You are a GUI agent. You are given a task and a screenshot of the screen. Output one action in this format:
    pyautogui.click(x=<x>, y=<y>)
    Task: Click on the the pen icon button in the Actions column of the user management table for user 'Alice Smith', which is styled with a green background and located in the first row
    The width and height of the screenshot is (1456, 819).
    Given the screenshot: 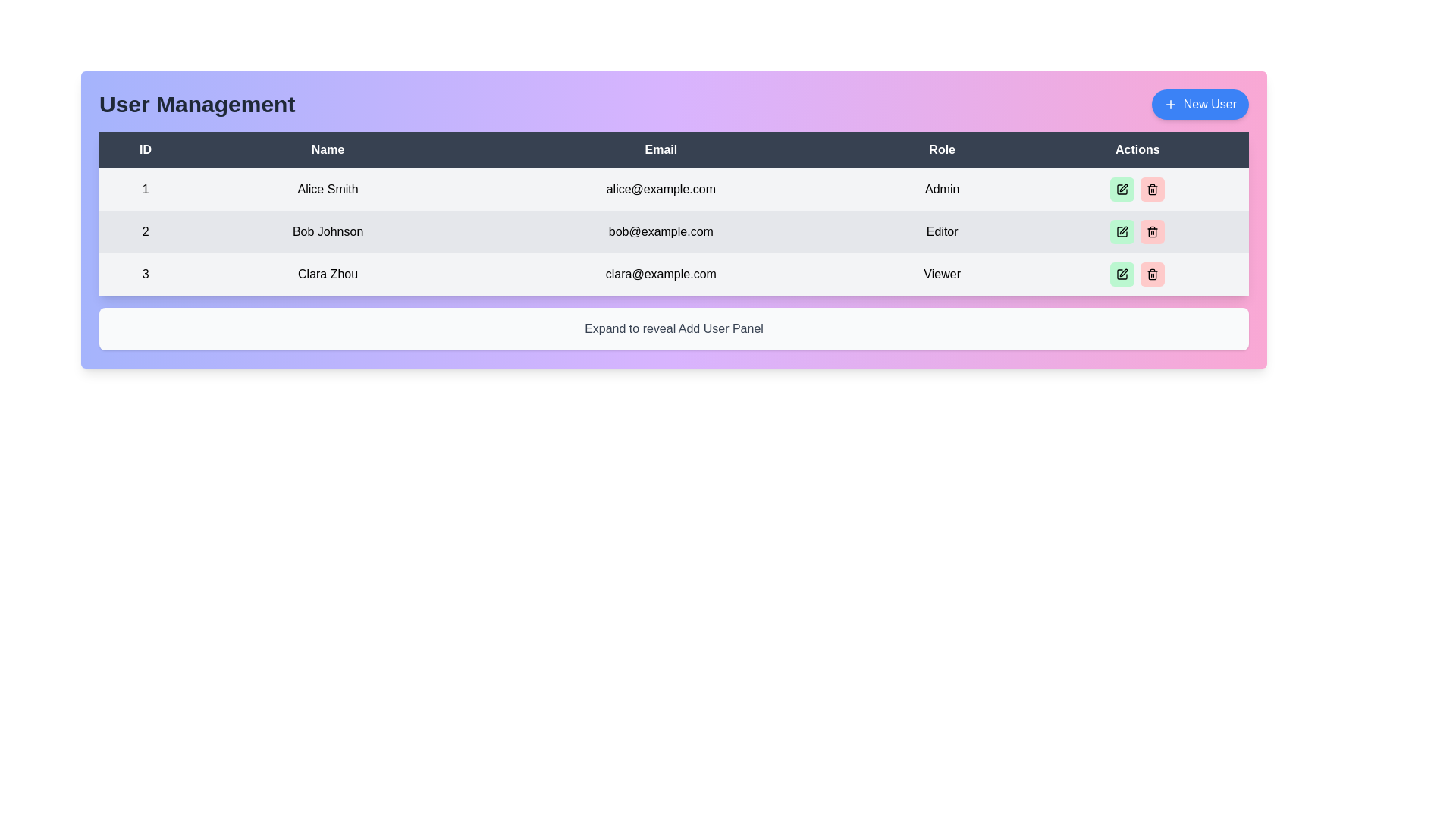 What is the action you would take?
    pyautogui.click(x=1122, y=189)
    